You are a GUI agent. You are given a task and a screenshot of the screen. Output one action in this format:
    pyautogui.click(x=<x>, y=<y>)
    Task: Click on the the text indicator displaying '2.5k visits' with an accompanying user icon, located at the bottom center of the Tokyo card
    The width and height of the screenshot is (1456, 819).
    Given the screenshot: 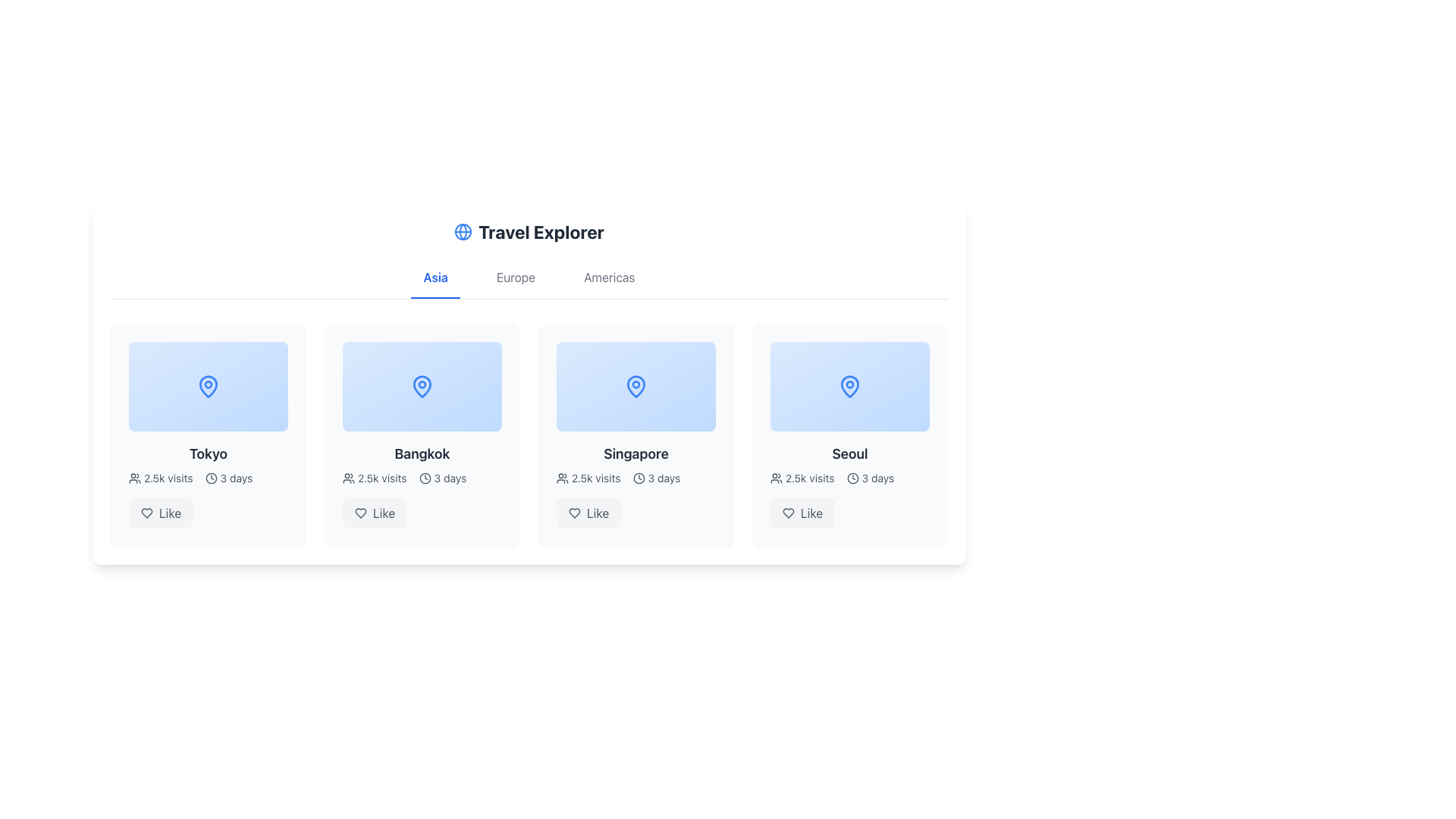 What is the action you would take?
    pyautogui.click(x=161, y=479)
    